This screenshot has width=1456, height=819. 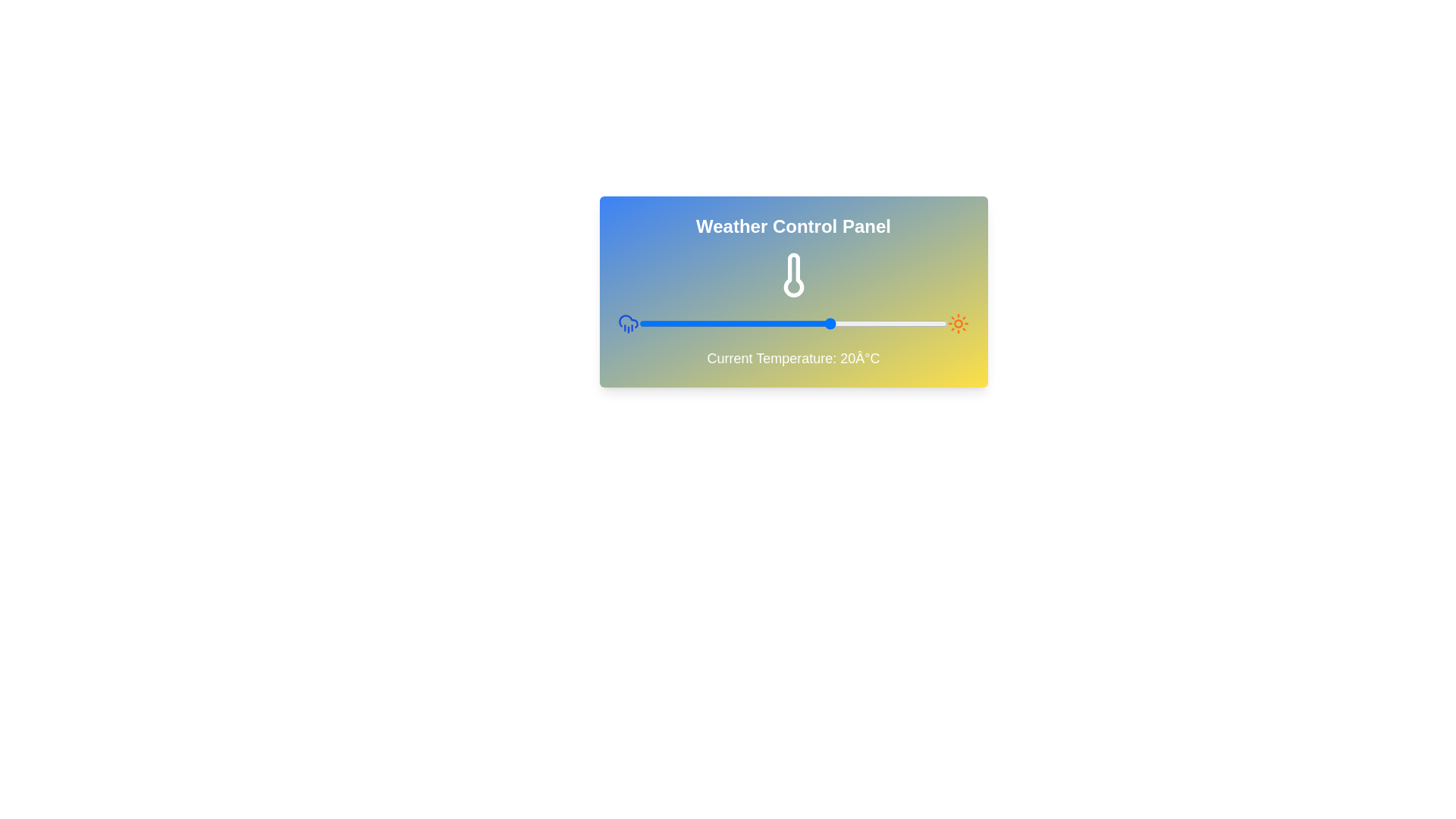 I want to click on the temperature slider to 22°C, so click(x=839, y=323).